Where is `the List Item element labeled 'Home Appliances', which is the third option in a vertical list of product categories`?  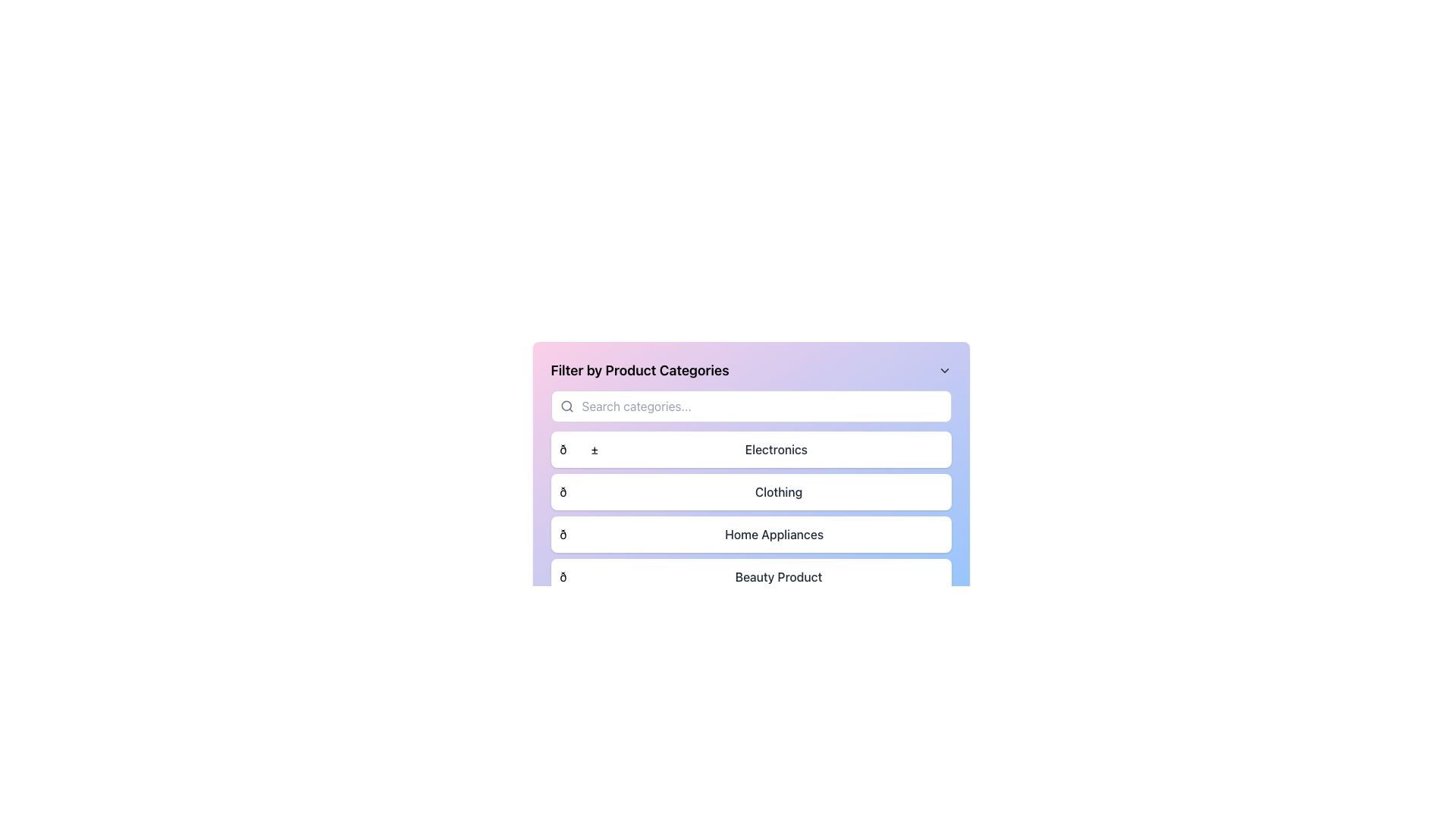 the List Item element labeled 'Home Appliances', which is the third option in a vertical list of product categories is located at coordinates (751, 534).